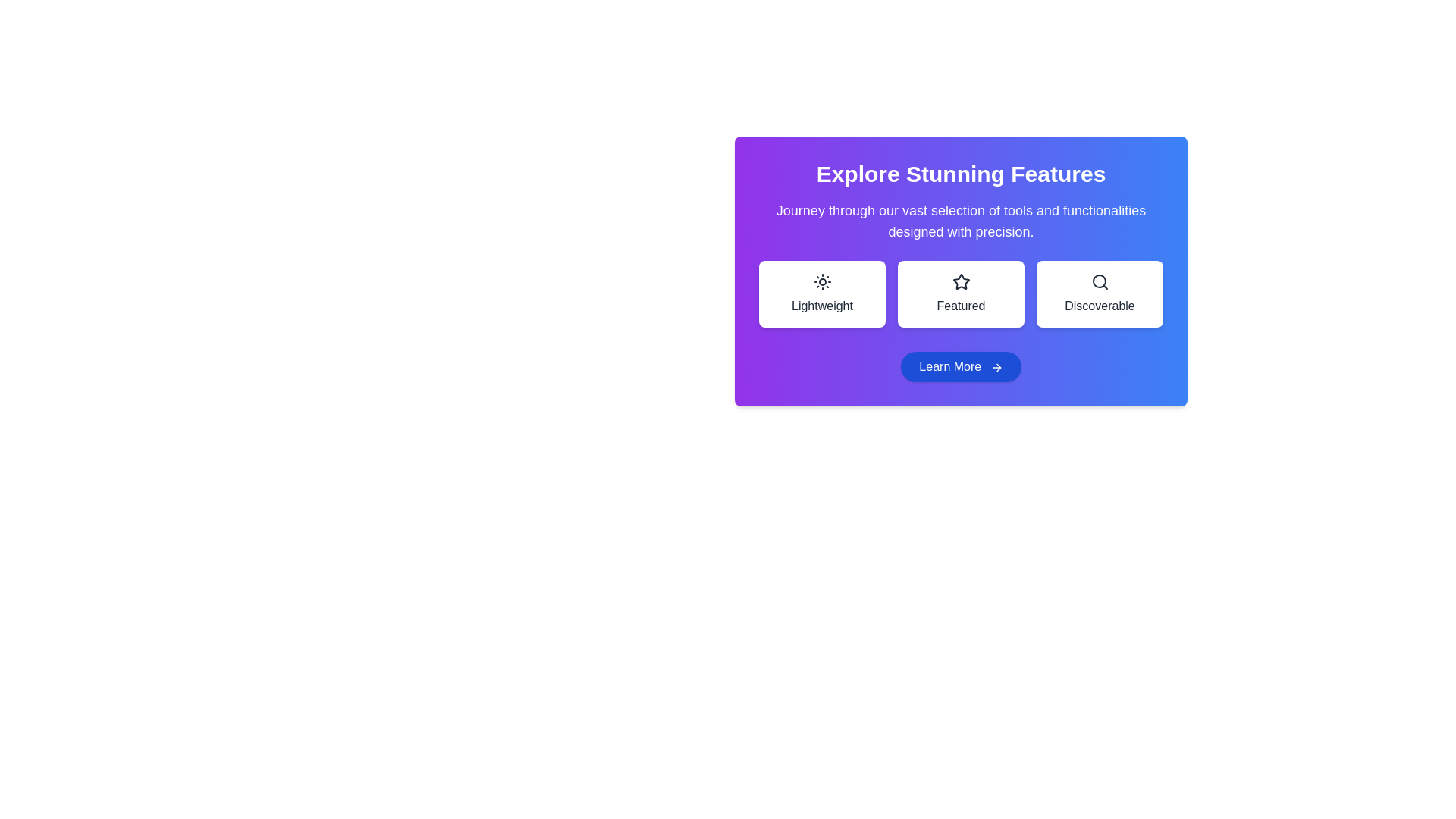 Image resolution: width=1456 pixels, height=819 pixels. I want to click on the 'Featured' card, which is the second card in a row of three, so click(960, 294).